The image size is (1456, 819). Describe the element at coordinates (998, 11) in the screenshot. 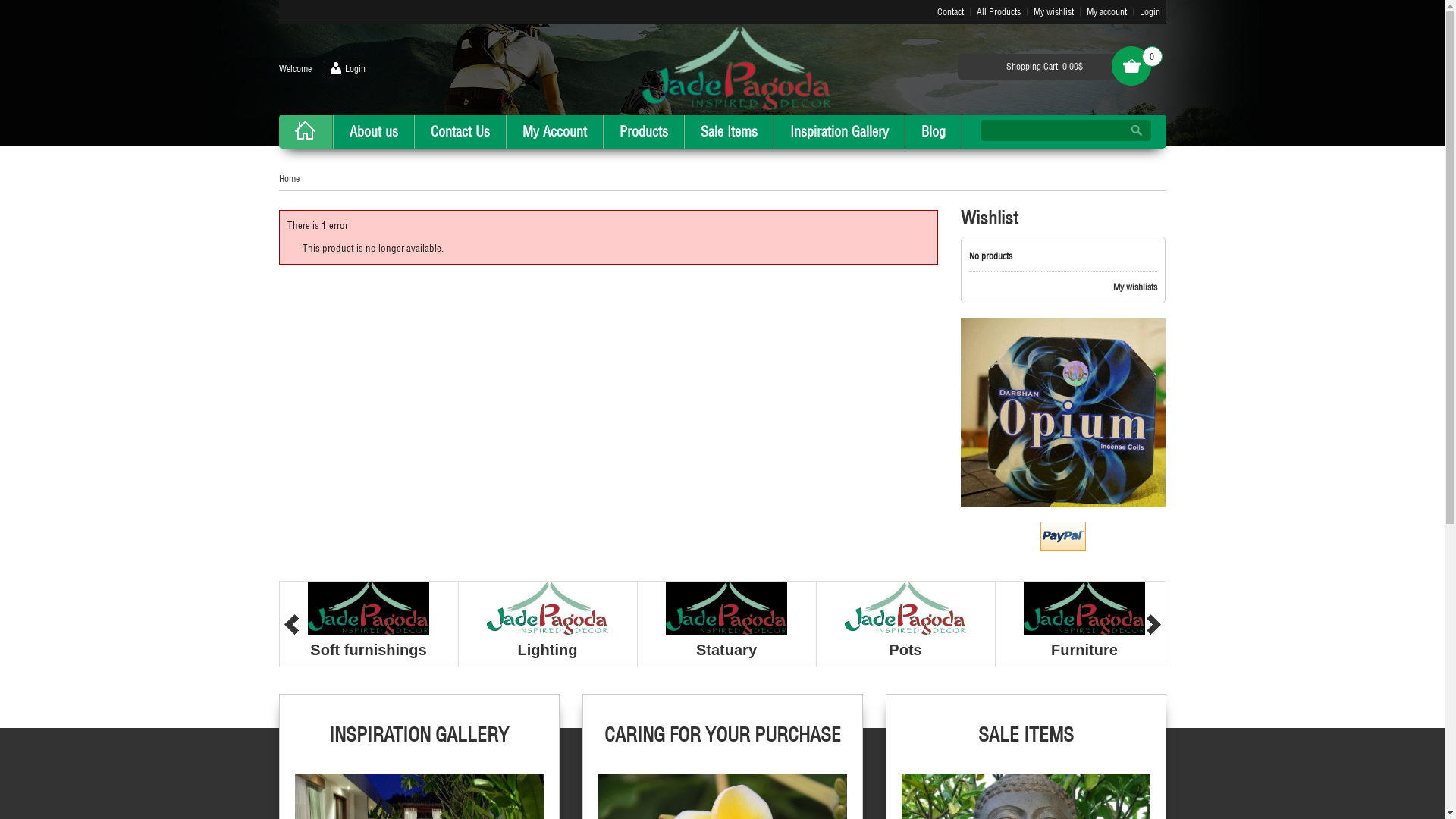

I see `'All Products'` at that location.